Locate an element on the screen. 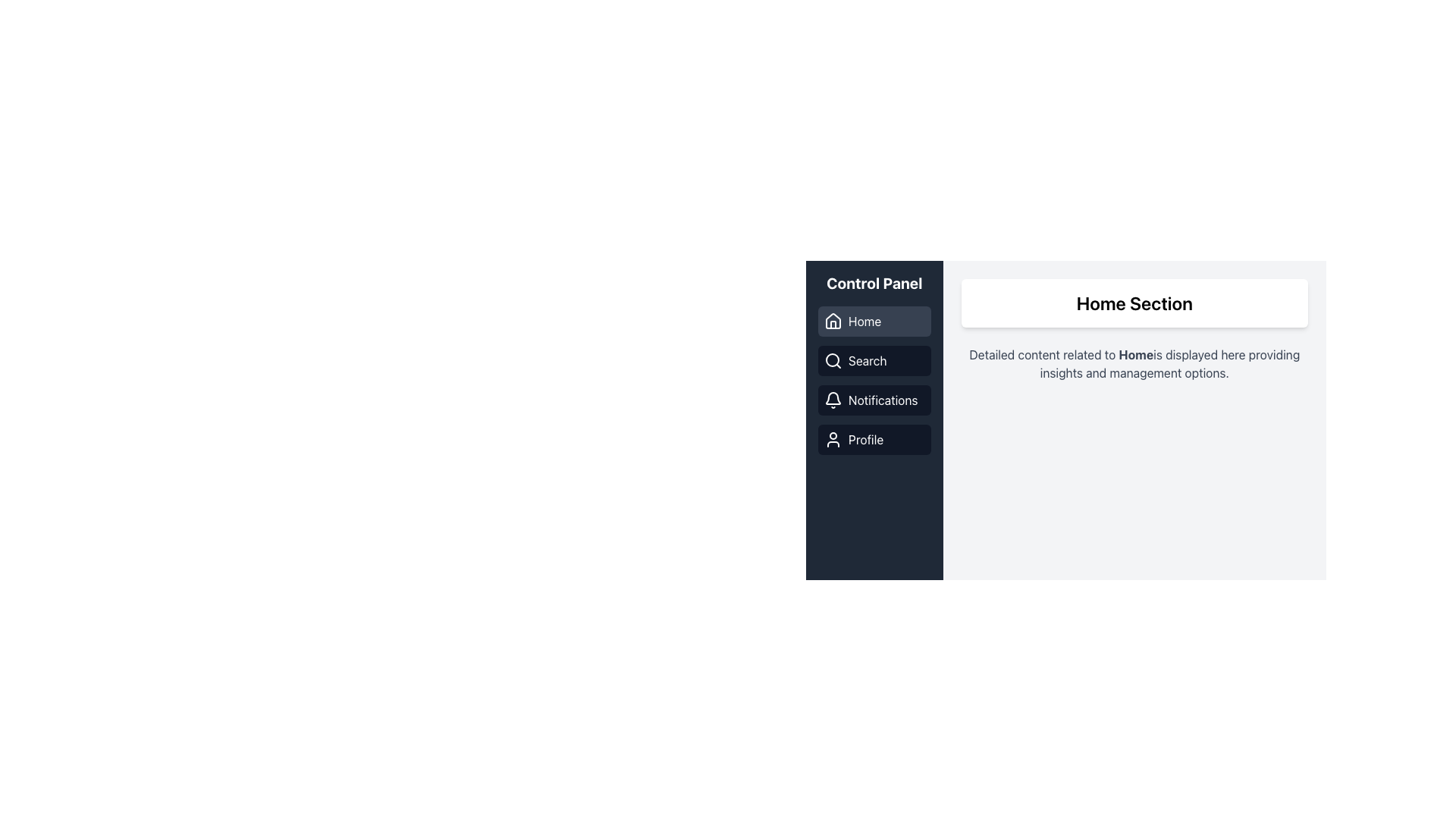 The height and width of the screenshot is (819, 1456). the Notifications bell icon located to the left of the text 'Notifications' in the vertical menu is located at coordinates (833, 400).